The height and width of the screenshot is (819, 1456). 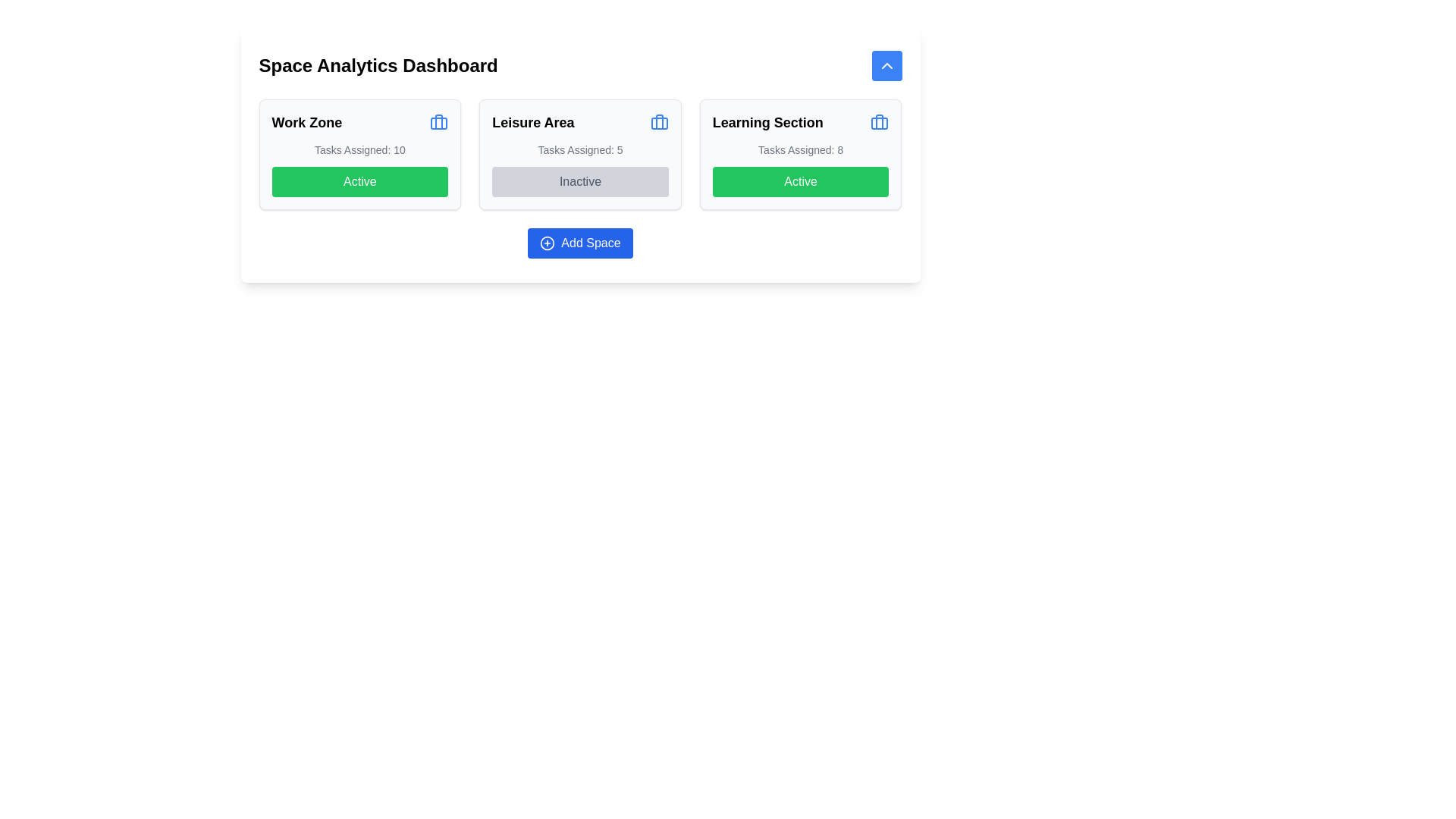 I want to click on the button located in the top-right corner of the 'Space Analytics Dashboard', so click(x=886, y=65).